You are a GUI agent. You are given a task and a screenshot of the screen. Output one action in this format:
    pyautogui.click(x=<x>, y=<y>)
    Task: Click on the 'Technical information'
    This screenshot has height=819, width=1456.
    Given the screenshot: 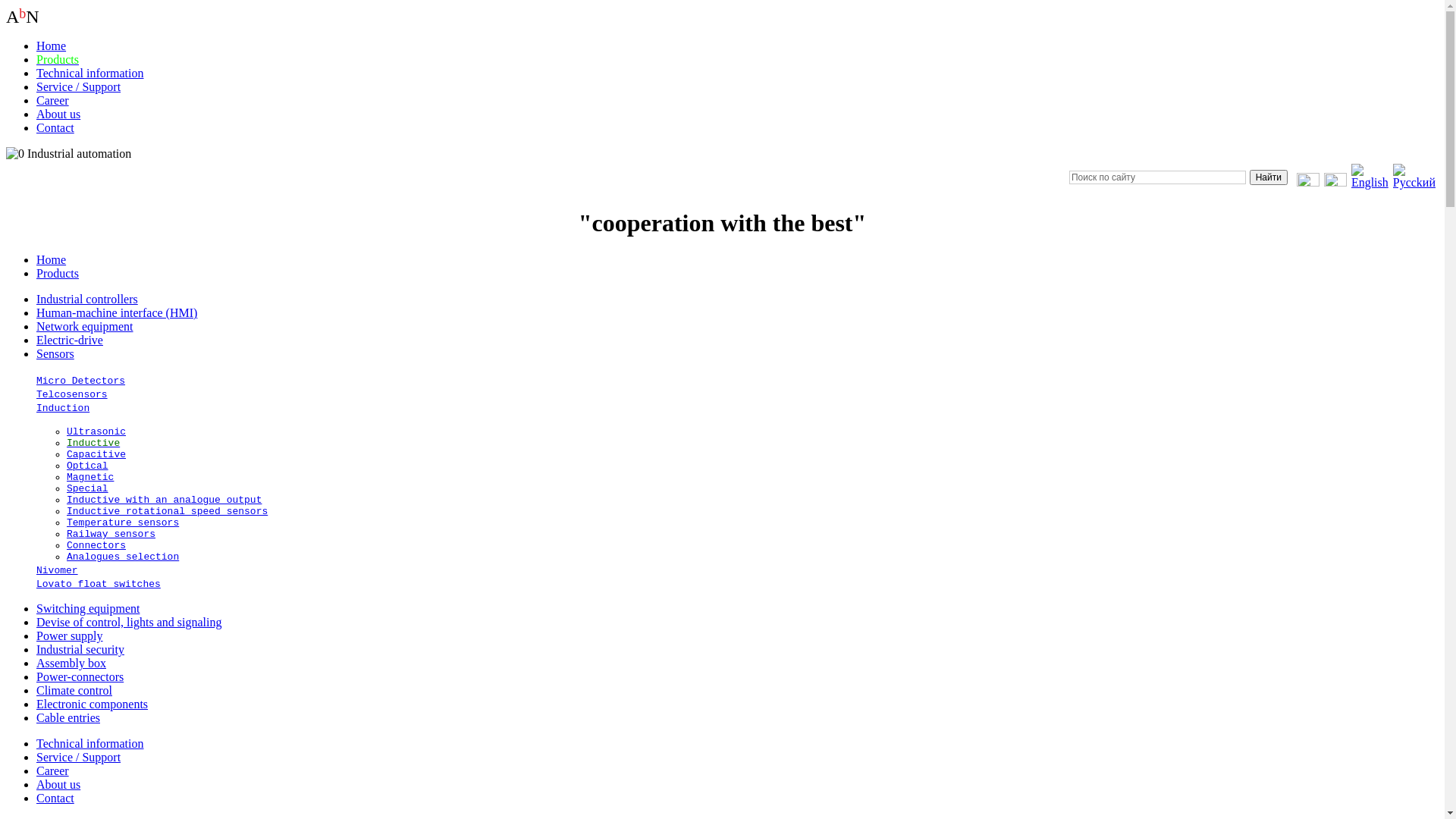 What is the action you would take?
    pyautogui.click(x=89, y=742)
    